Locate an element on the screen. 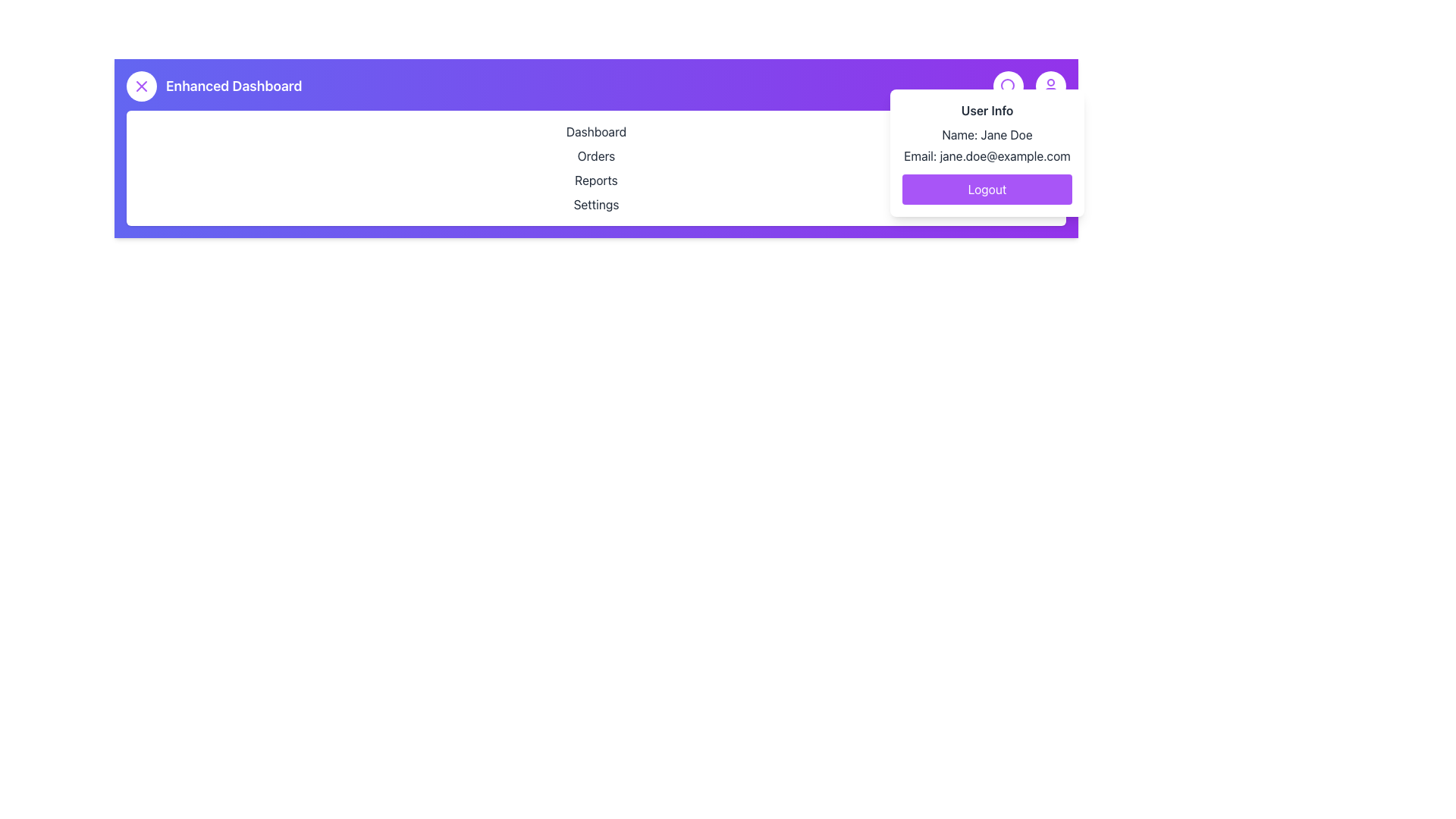  displayed user information from the Informational Panel, which features a white background, rounded corners, and contains user details such as 'User Info', 'Name: Jane Doe', and 'Email: jane.doe@example.com' is located at coordinates (987, 152).